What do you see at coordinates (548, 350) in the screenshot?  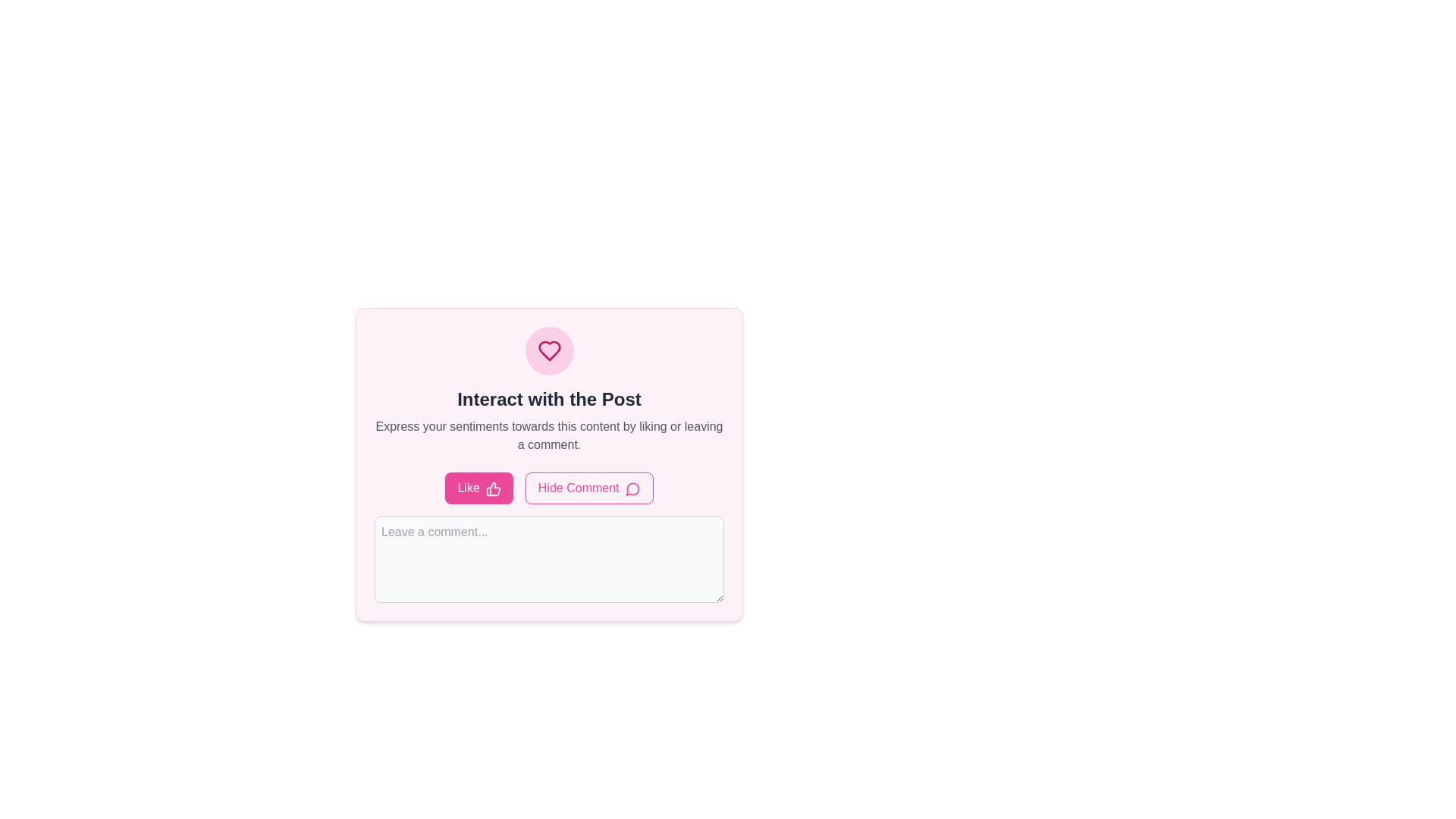 I see `the heart-shaped icon outlined in pink, located in the center of a light pink circular background above the text labeled 'Interact with the Post'` at bounding box center [548, 350].